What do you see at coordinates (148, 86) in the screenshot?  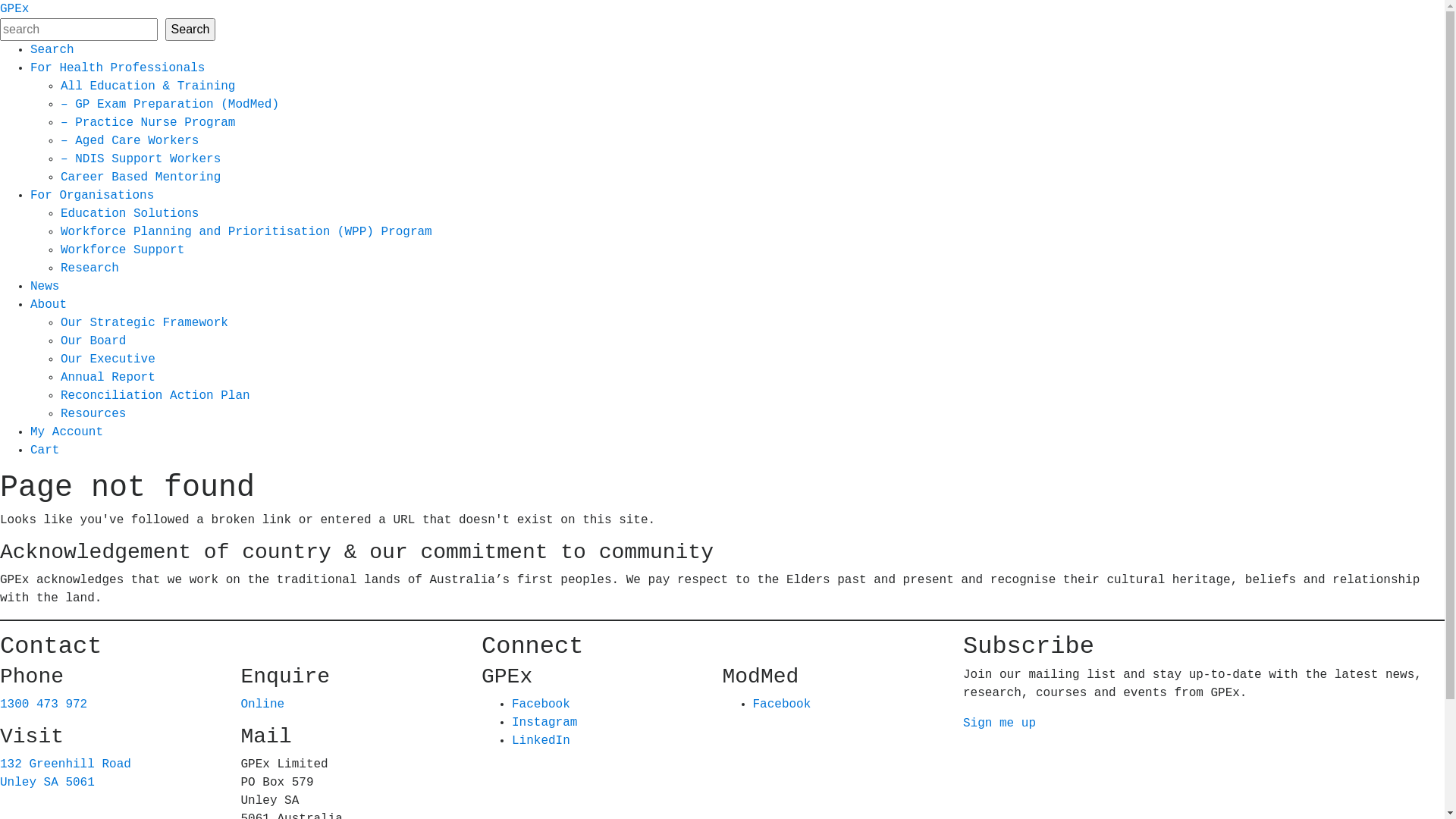 I see `'All Education & Training'` at bounding box center [148, 86].